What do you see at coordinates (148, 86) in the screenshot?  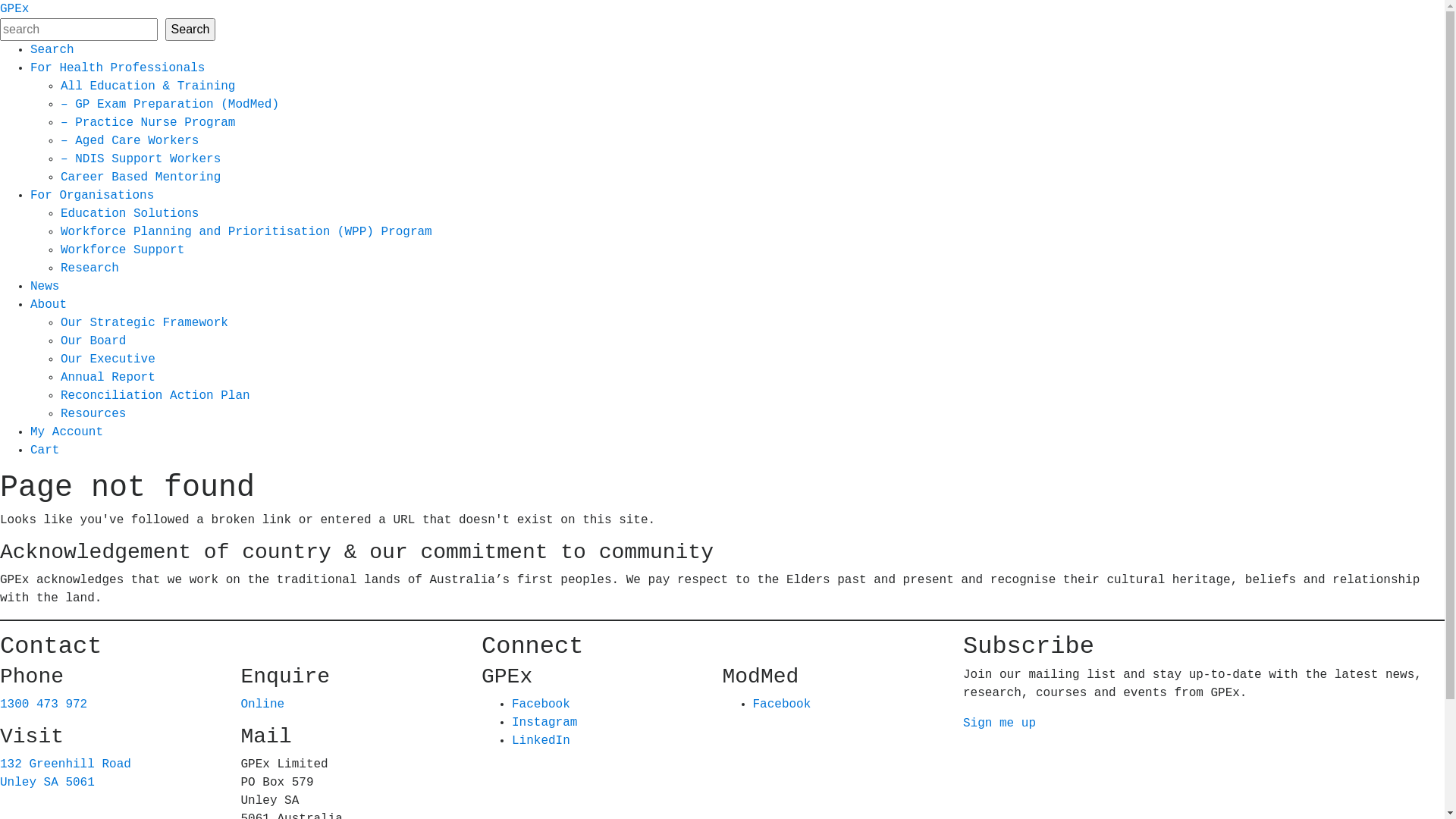 I see `'All Education & Training'` at bounding box center [148, 86].